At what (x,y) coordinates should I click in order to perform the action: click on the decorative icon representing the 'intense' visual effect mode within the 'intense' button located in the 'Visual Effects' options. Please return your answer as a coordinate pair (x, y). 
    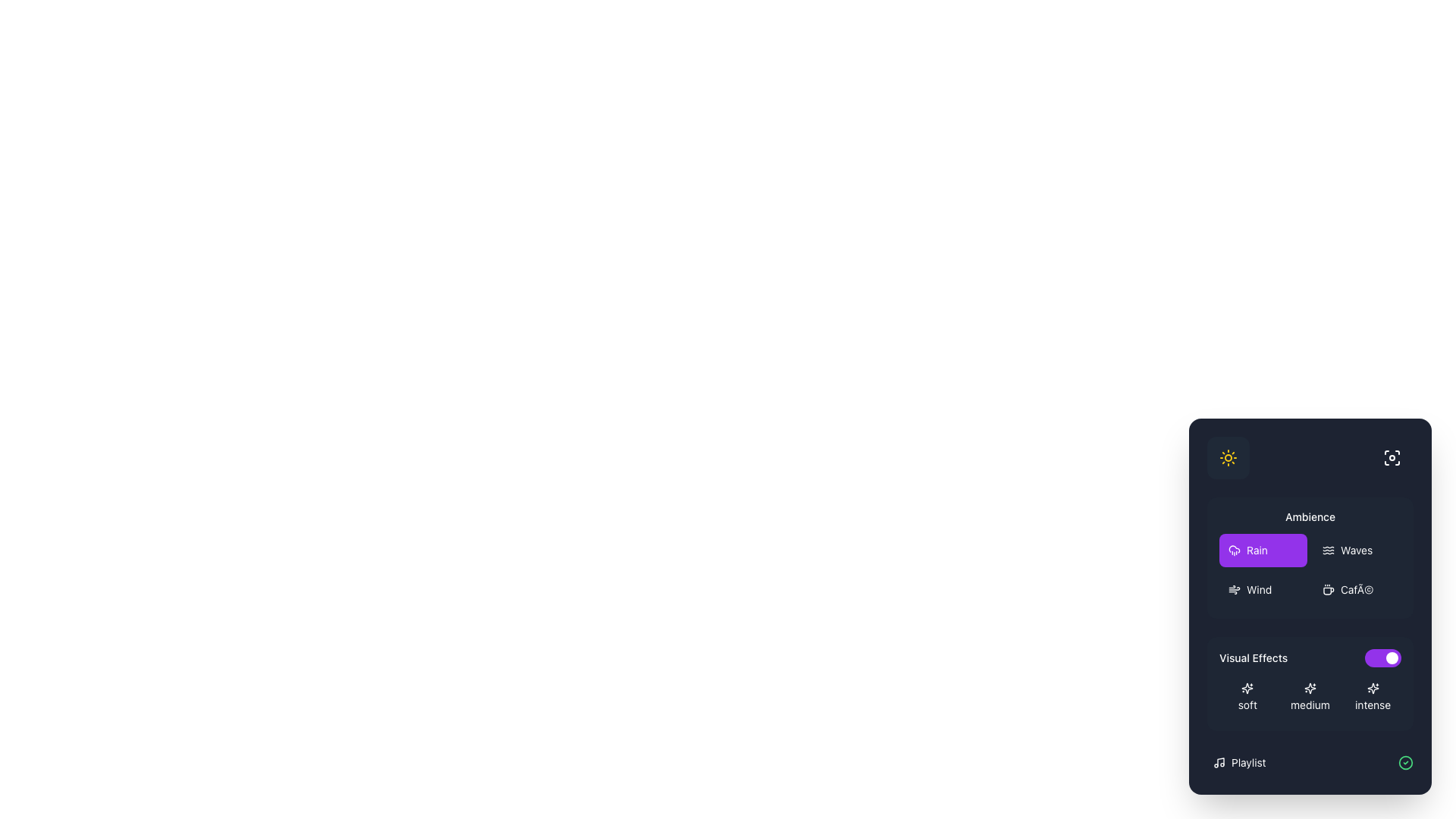
    Looking at the image, I should click on (1373, 688).